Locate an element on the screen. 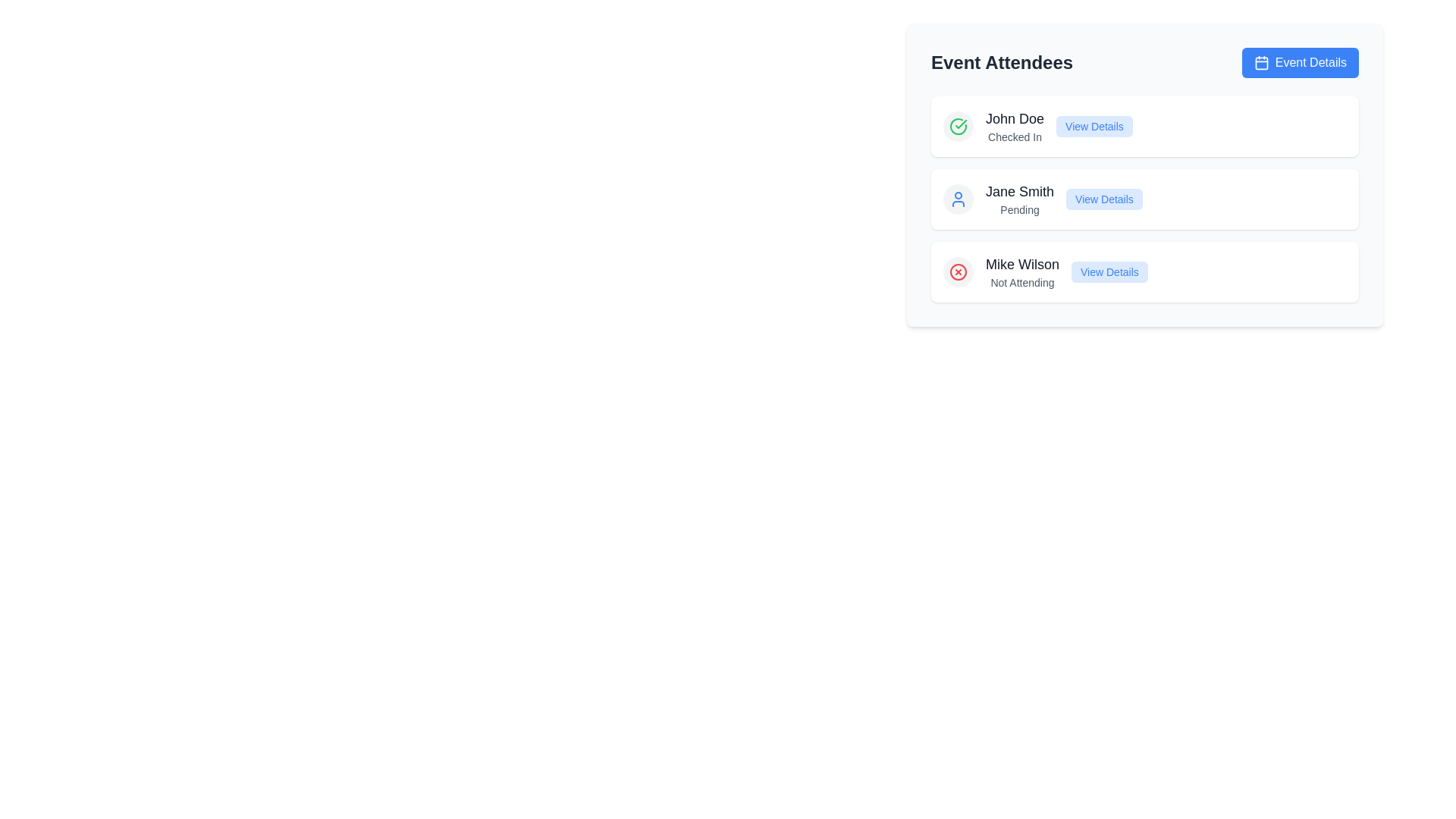 This screenshot has height=819, width=1456. attendee's name and status from the content card located centrally in the 'Event Attendees' section, specifically the second element in the list is located at coordinates (1145, 174).